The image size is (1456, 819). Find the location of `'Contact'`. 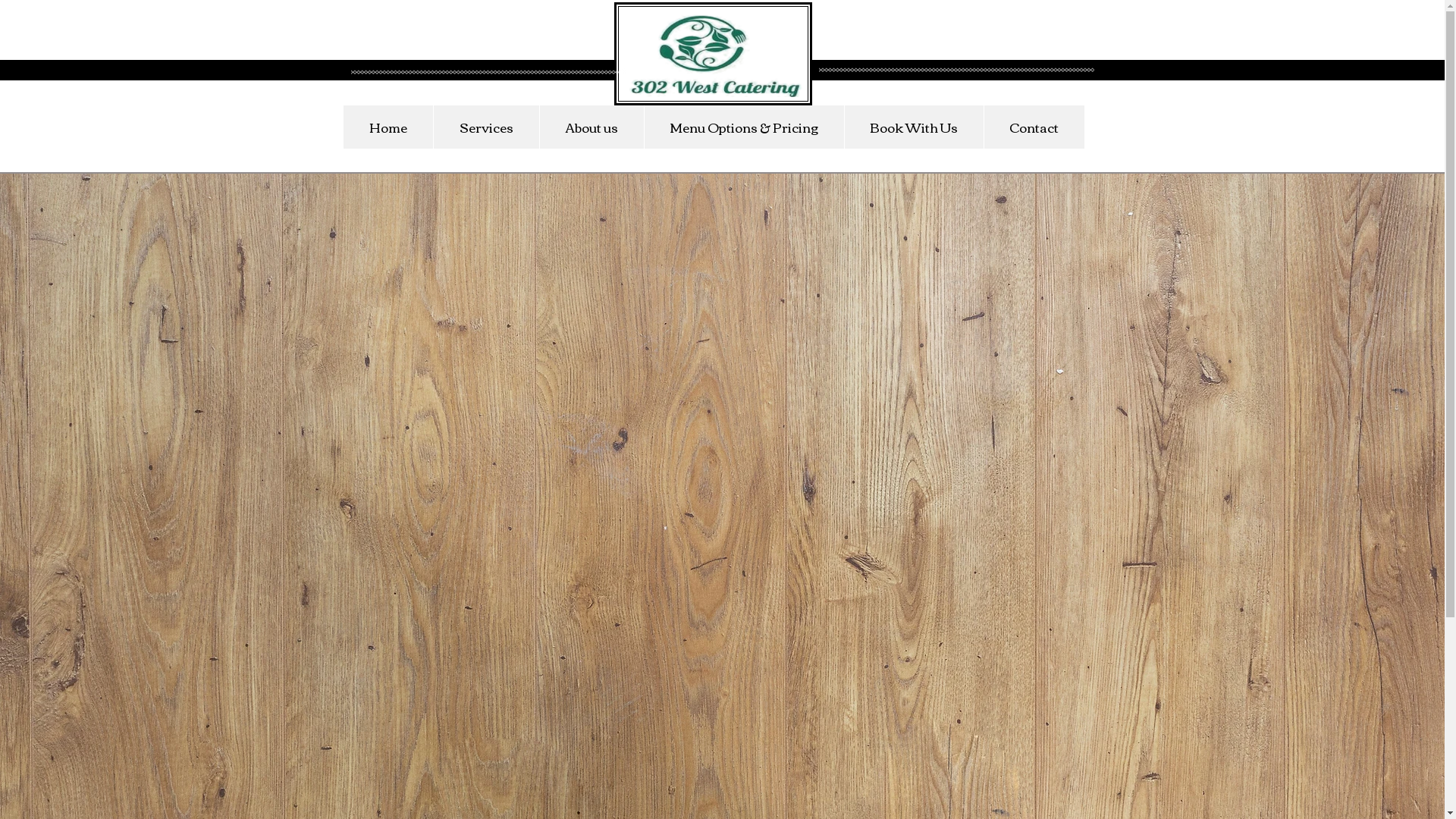

'Contact' is located at coordinates (1032, 126).